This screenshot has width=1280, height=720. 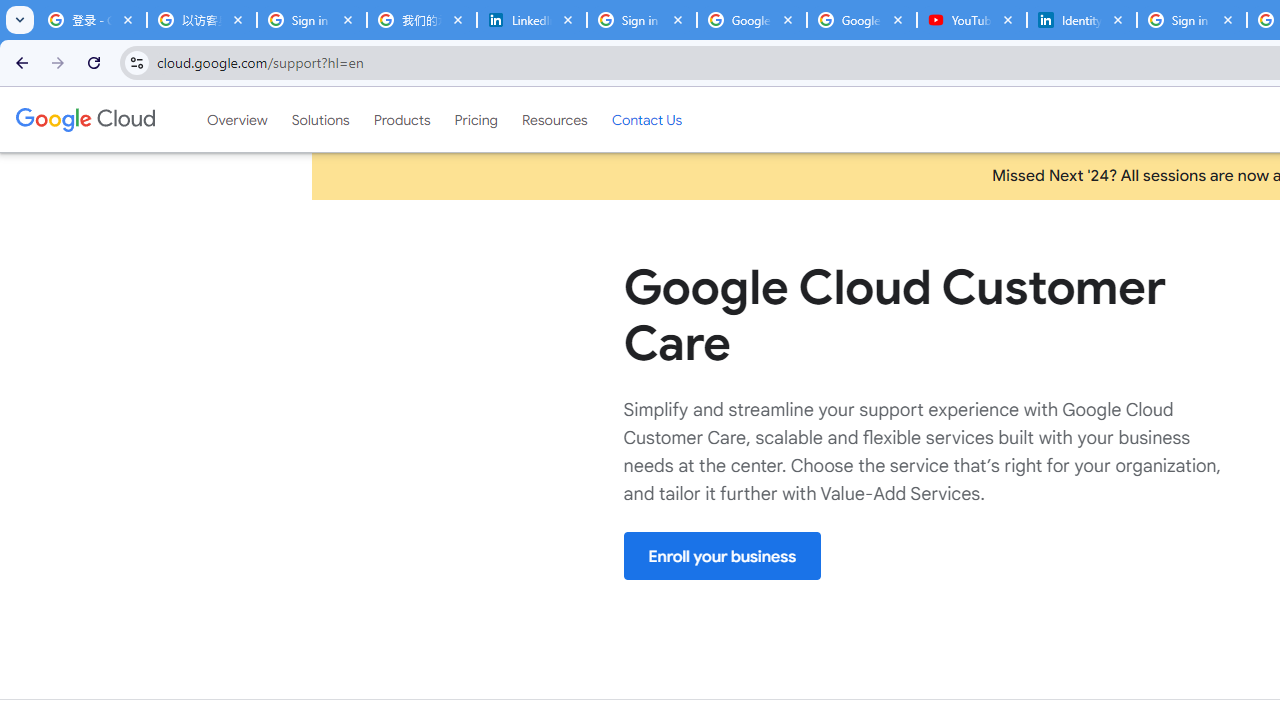 What do you see at coordinates (84, 119) in the screenshot?
I see `'Google Cloud'` at bounding box center [84, 119].